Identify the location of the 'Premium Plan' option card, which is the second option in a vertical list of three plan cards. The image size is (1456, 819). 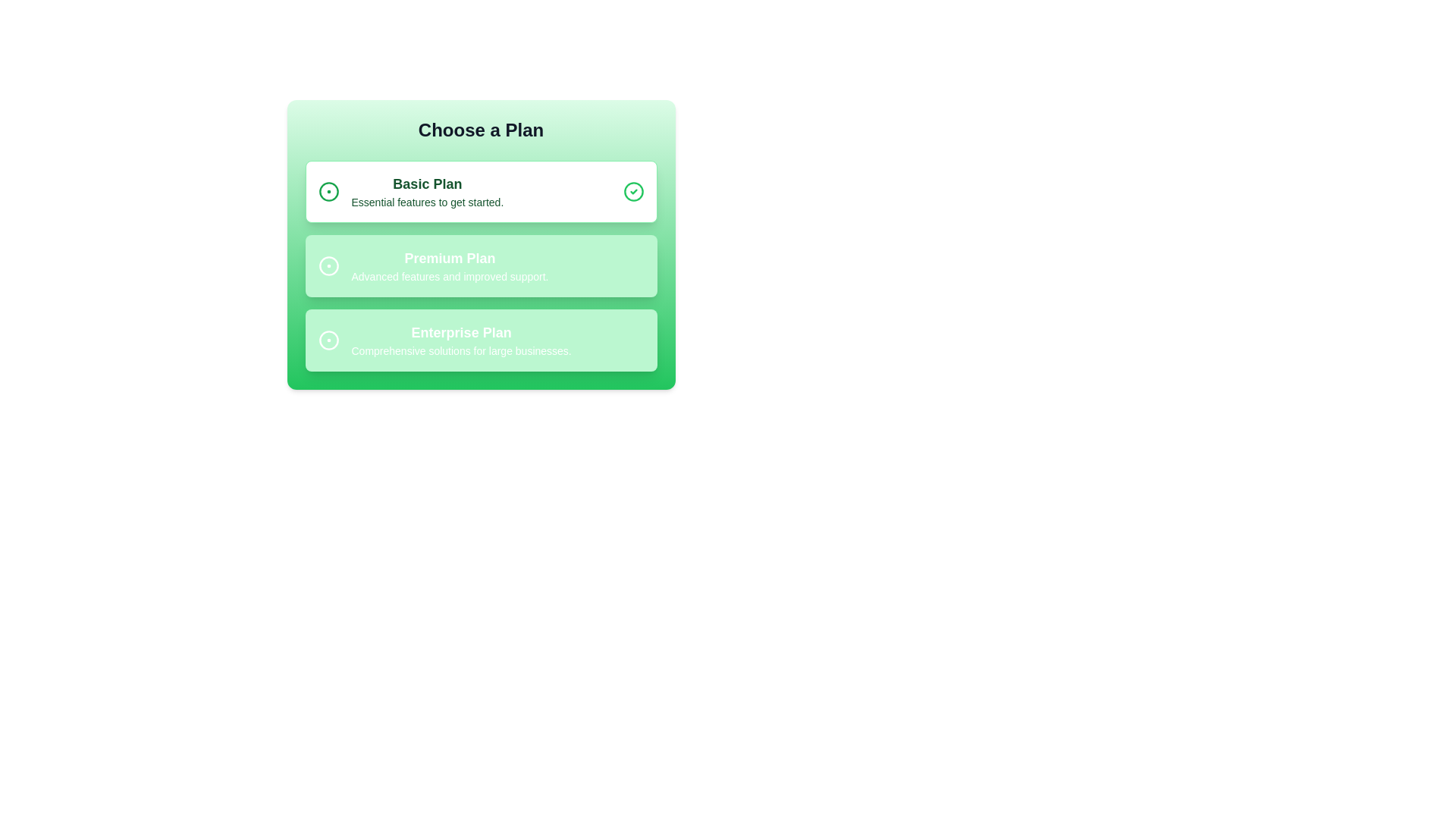
(480, 244).